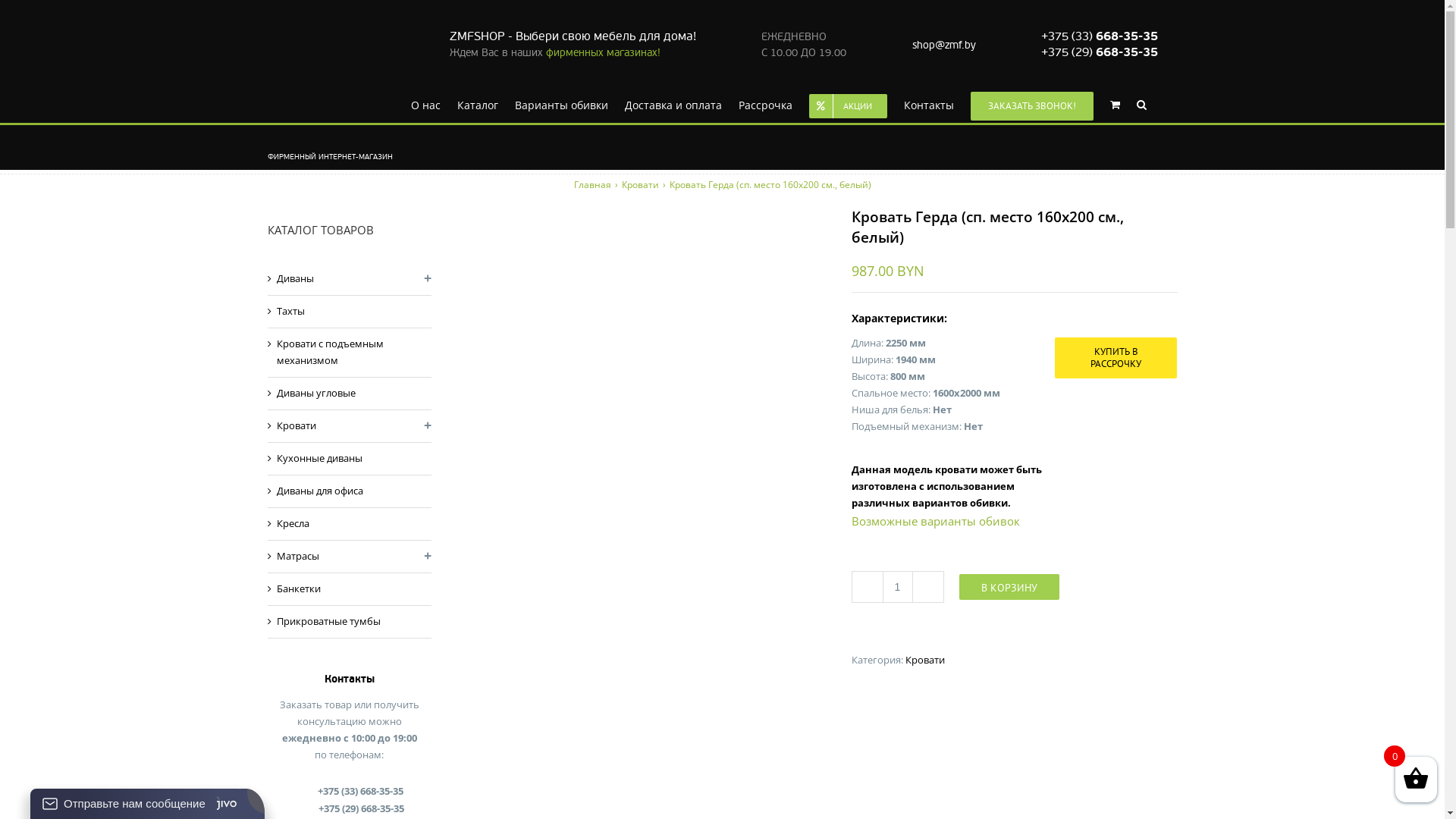 The image size is (1456, 819). Describe the element at coordinates (1099, 35) in the screenshot. I see `'+375 (33) 668-35-35'` at that location.